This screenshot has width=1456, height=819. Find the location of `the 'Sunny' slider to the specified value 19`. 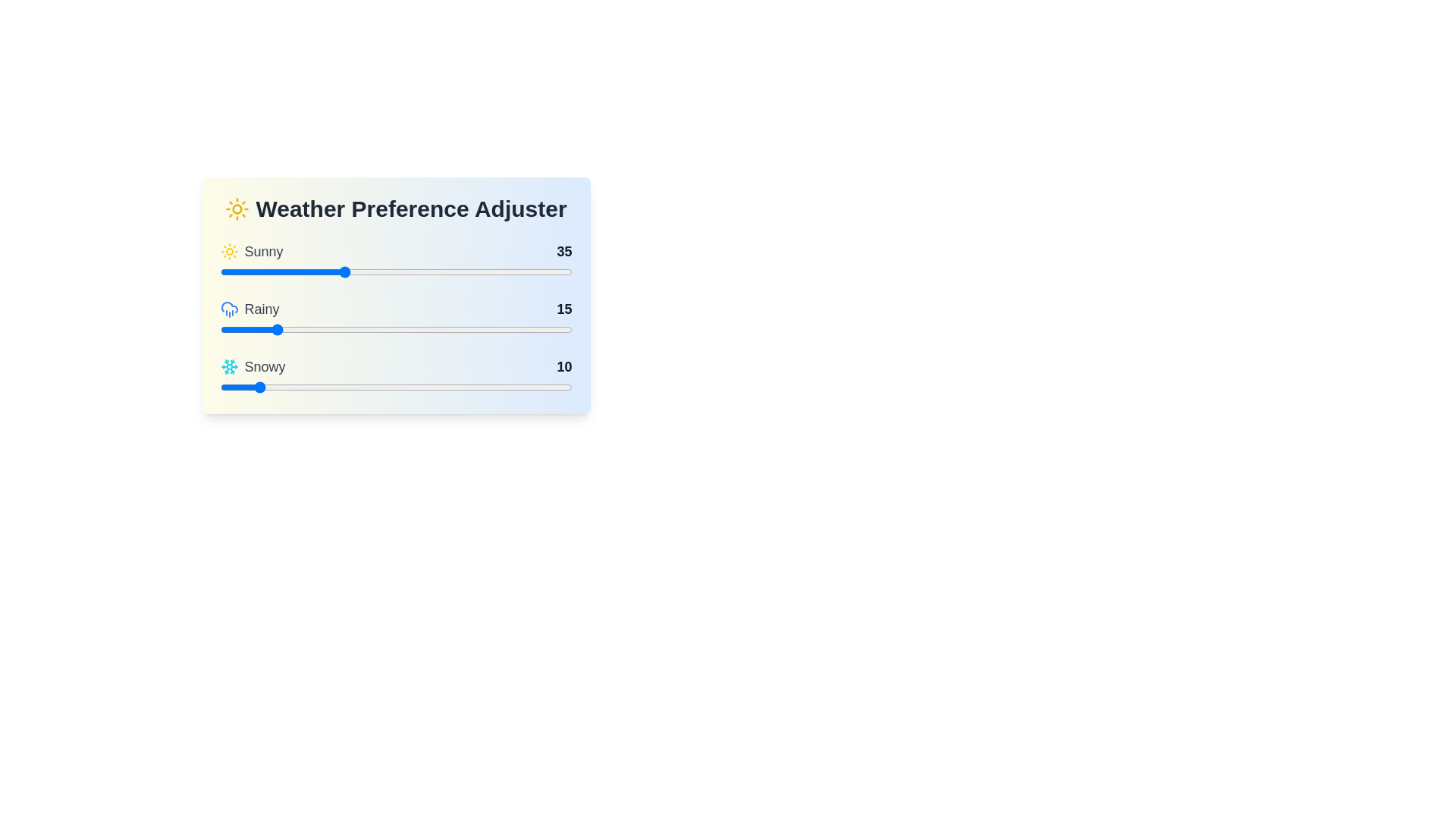

the 'Sunny' slider to the specified value 19 is located at coordinates (287, 271).